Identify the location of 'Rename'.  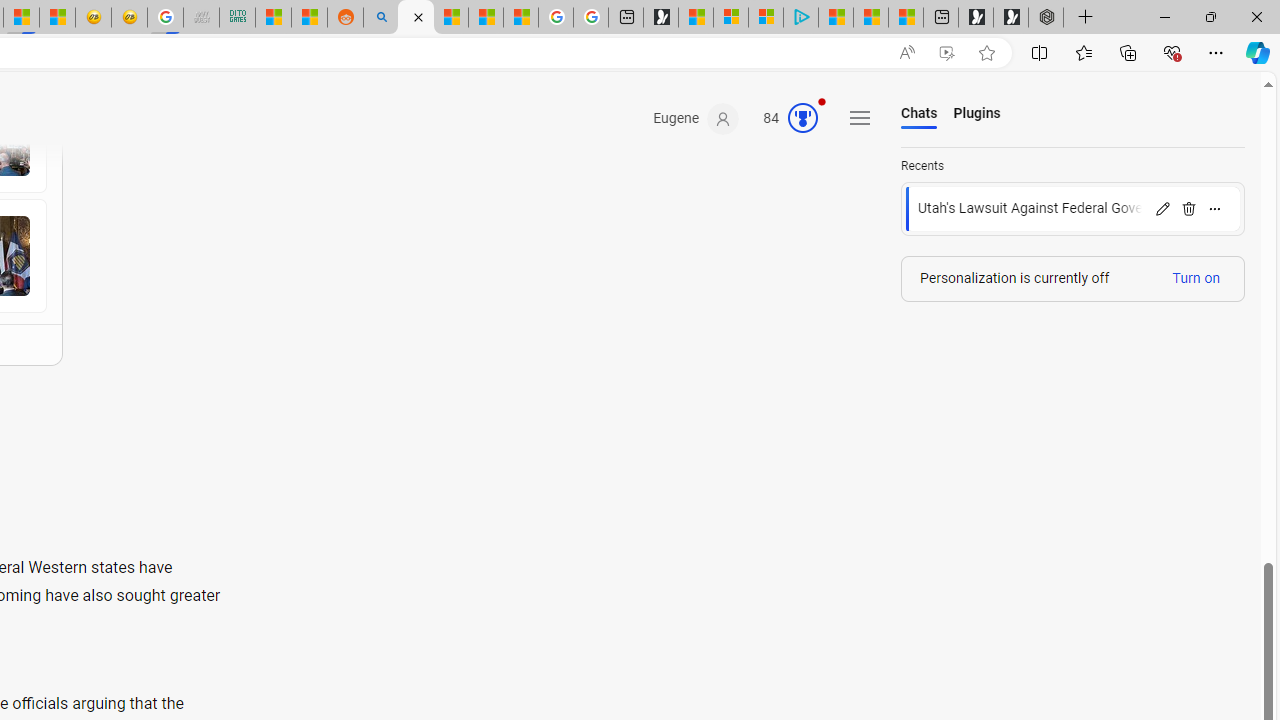
(1162, 208).